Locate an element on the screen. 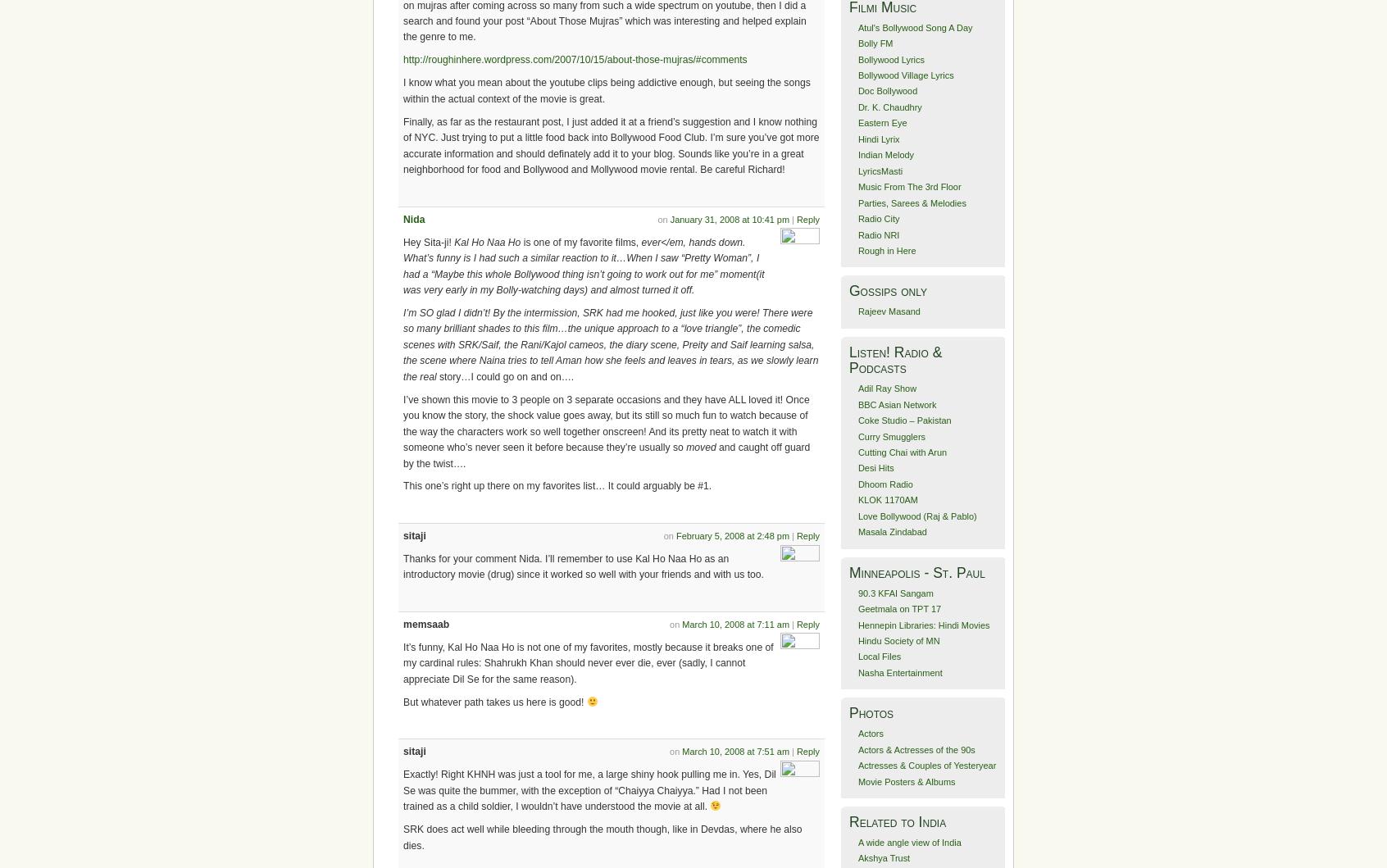  'February 5, 2008 at 2:48 pm' is located at coordinates (732, 536).